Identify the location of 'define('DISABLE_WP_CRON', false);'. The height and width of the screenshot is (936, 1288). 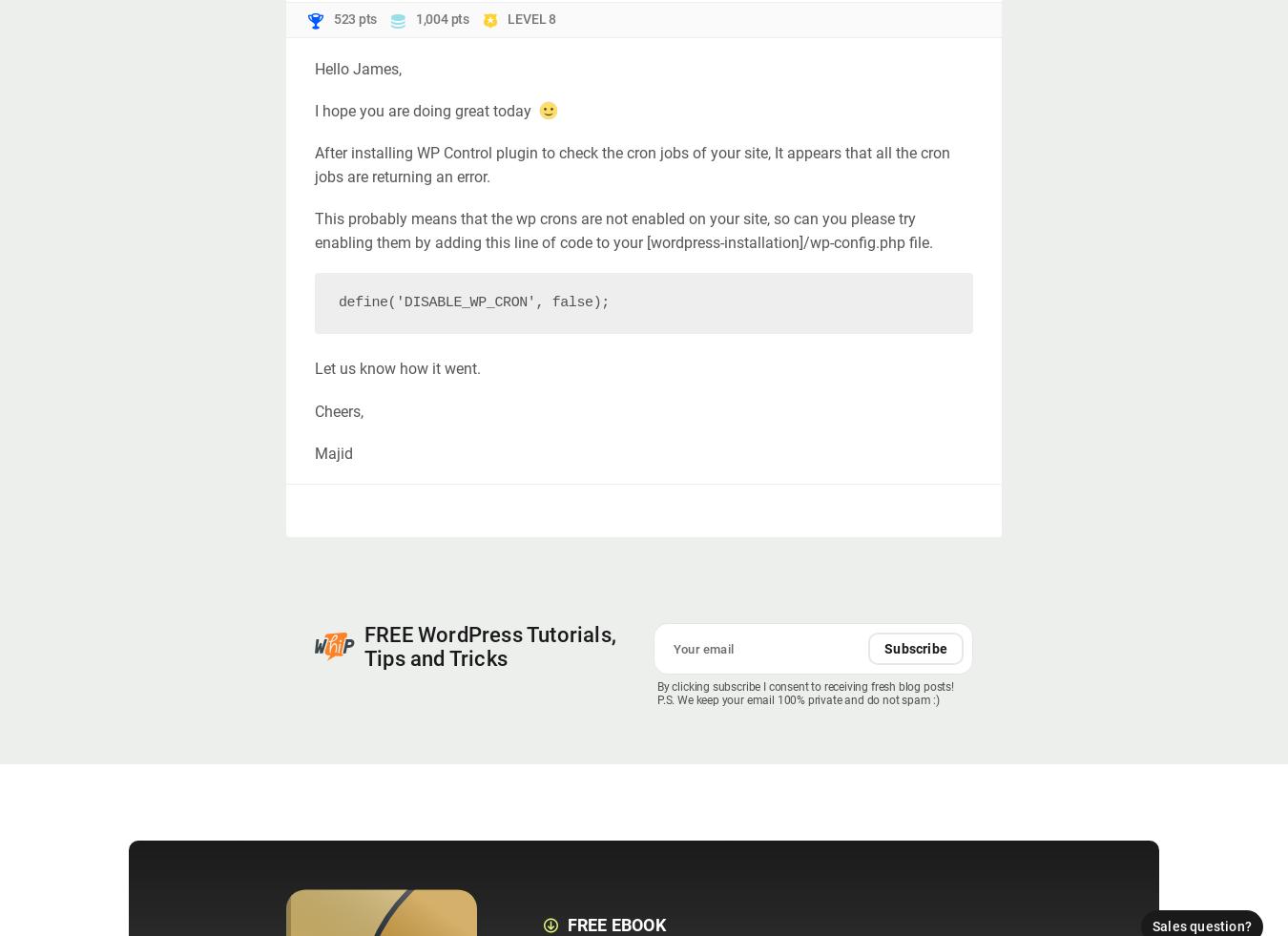
(472, 302).